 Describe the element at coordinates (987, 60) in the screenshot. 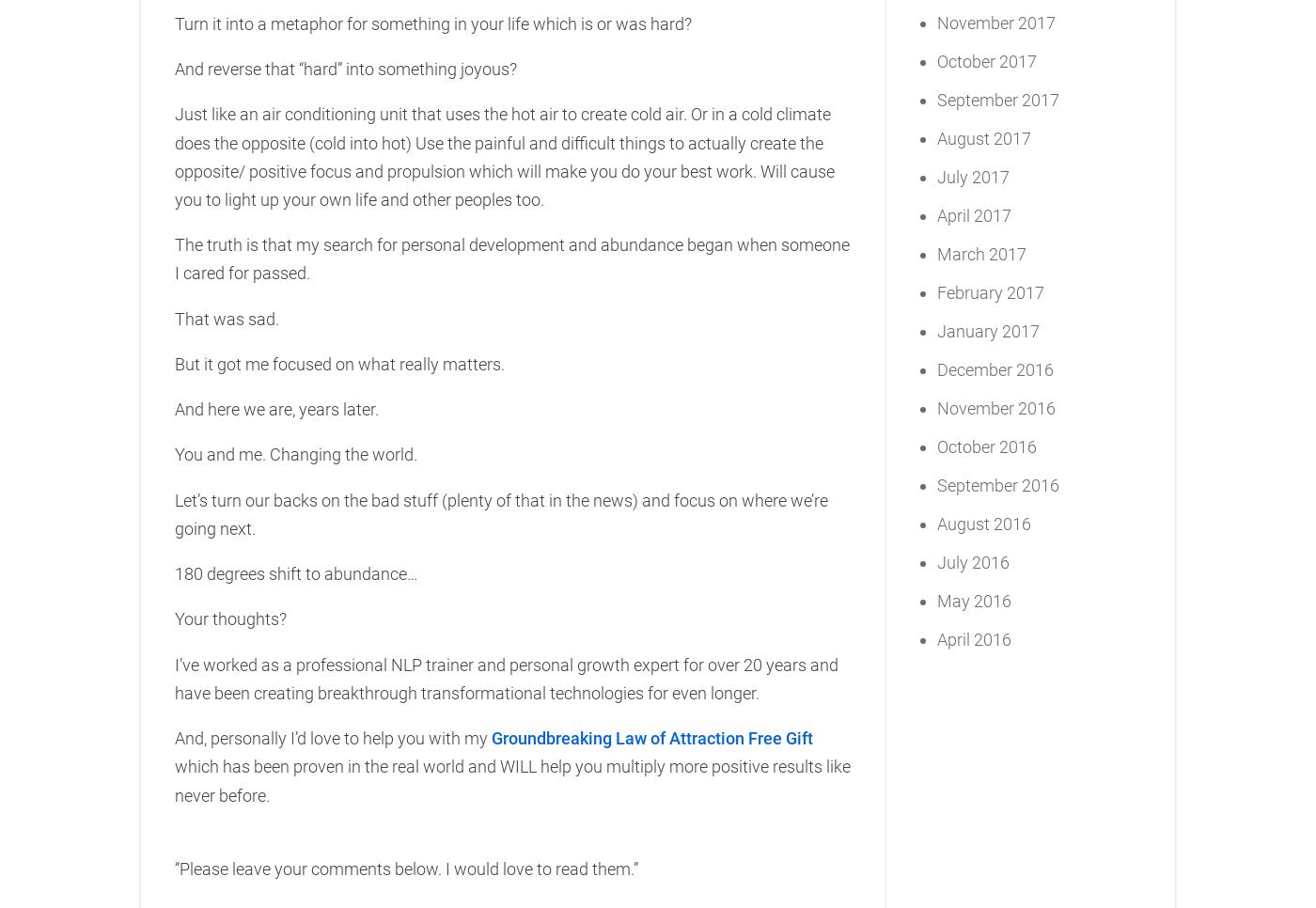

I see `'October 2017'` at that location.